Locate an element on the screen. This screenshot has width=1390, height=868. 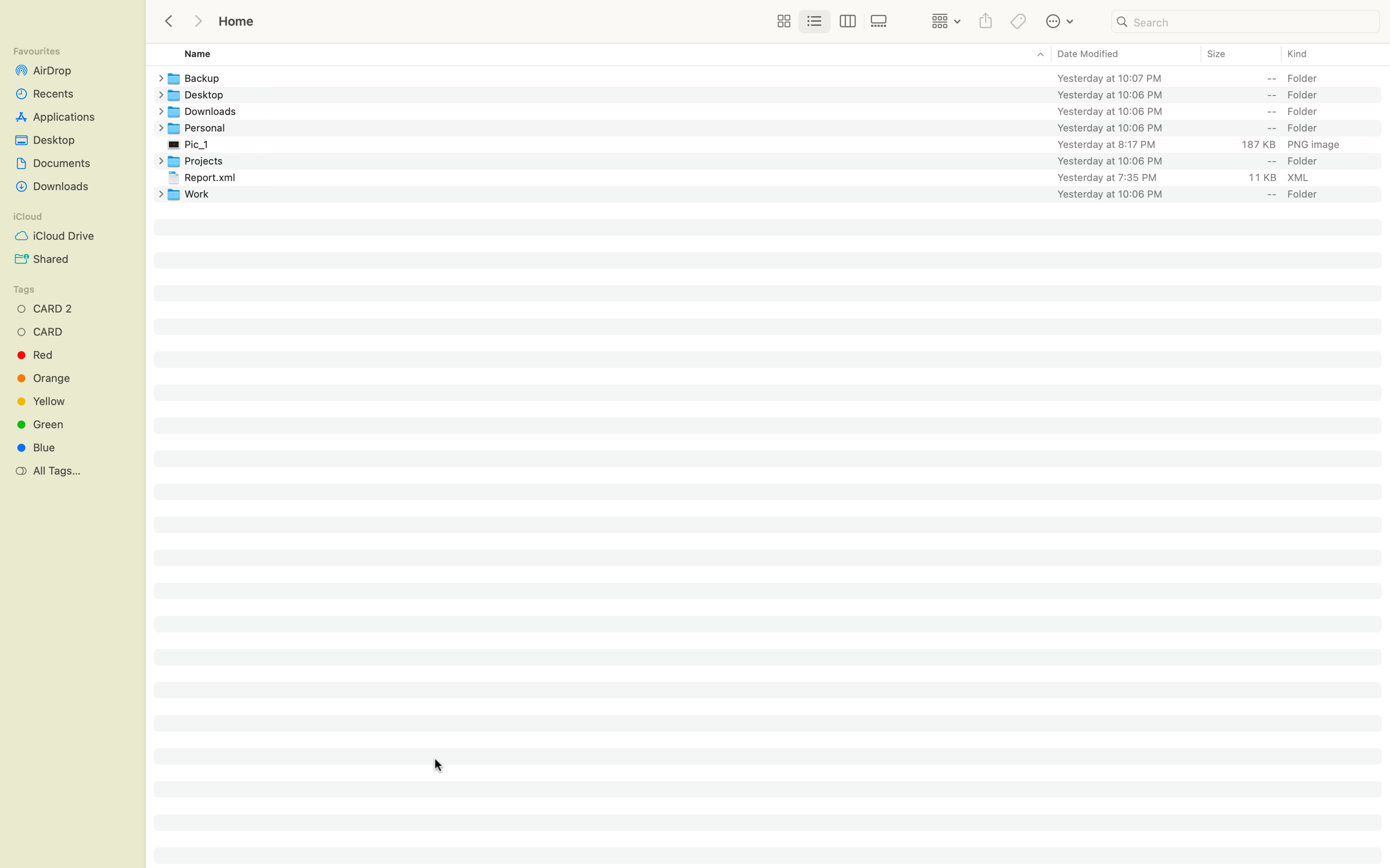
Create a new folder in the Downloads section is located at coordinates (158, 111).